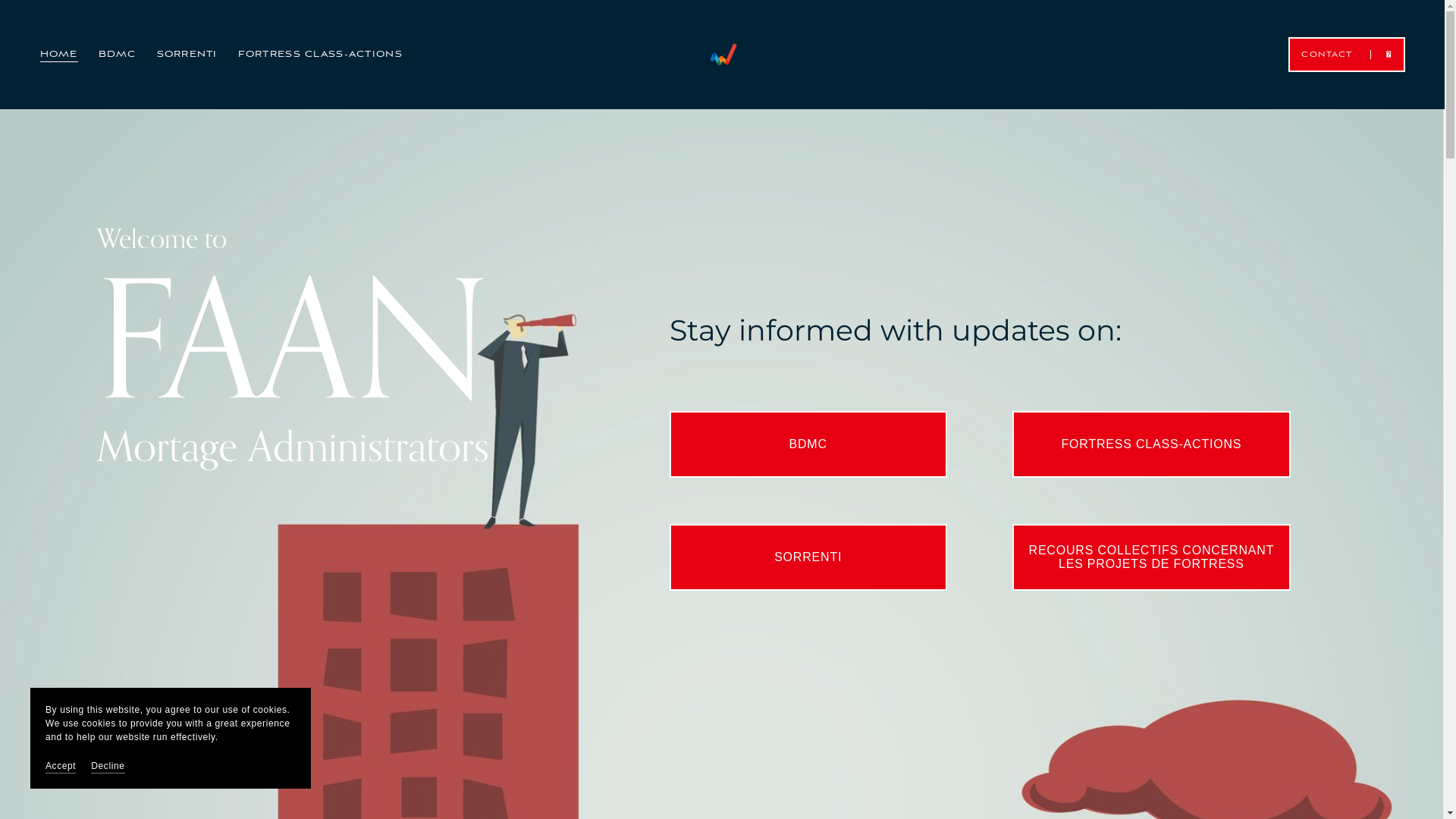 This screenshot has height=819, width=1456. Describe the element at coordinates (58, 53) in the screenshot. I see `'HOME'` at that location.